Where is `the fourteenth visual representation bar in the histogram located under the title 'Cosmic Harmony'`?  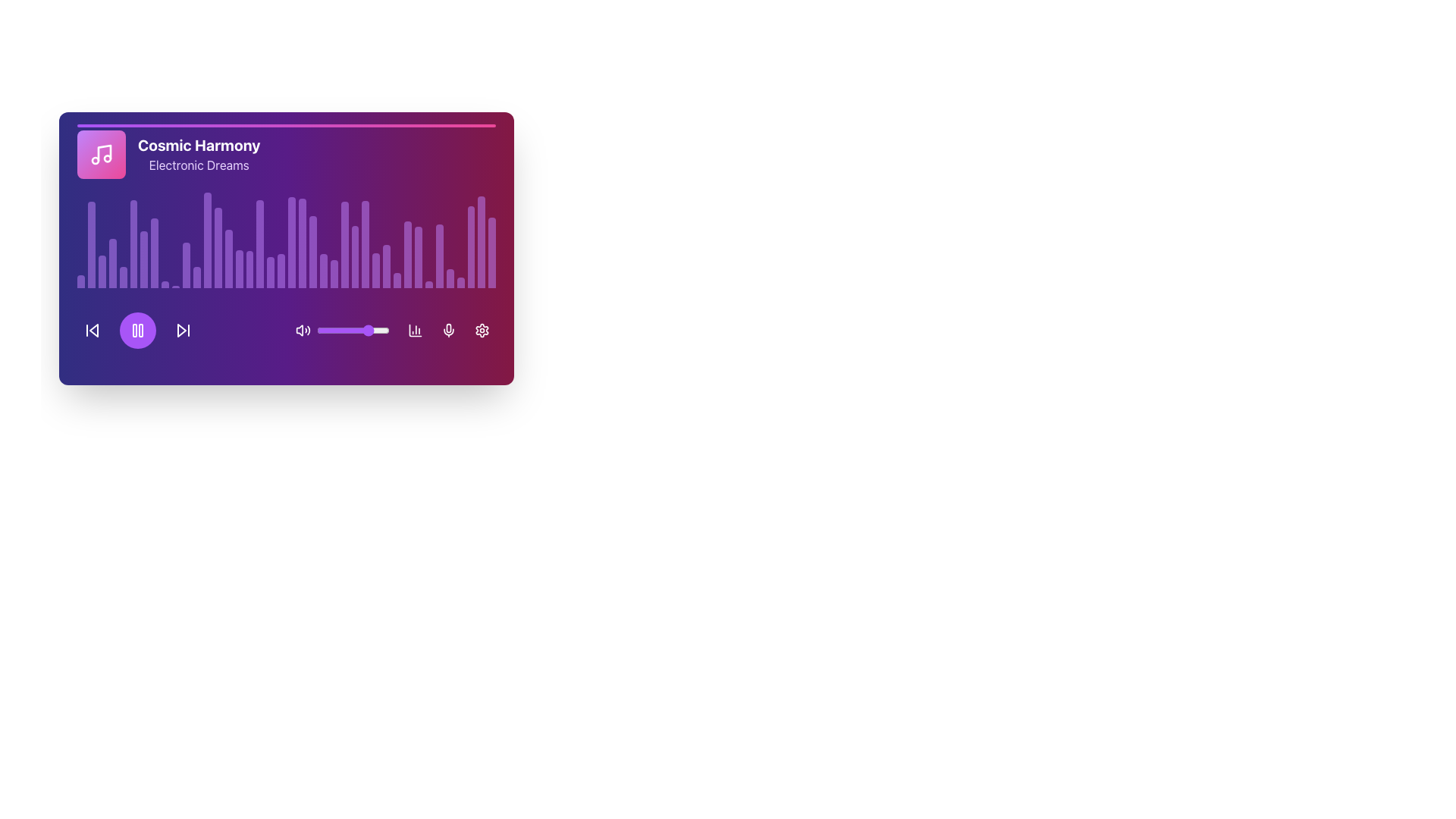
the fourteenth visual representation bar in the histogram located under the title 'Cosmic Harmony' is located at coordinates (217, 246).